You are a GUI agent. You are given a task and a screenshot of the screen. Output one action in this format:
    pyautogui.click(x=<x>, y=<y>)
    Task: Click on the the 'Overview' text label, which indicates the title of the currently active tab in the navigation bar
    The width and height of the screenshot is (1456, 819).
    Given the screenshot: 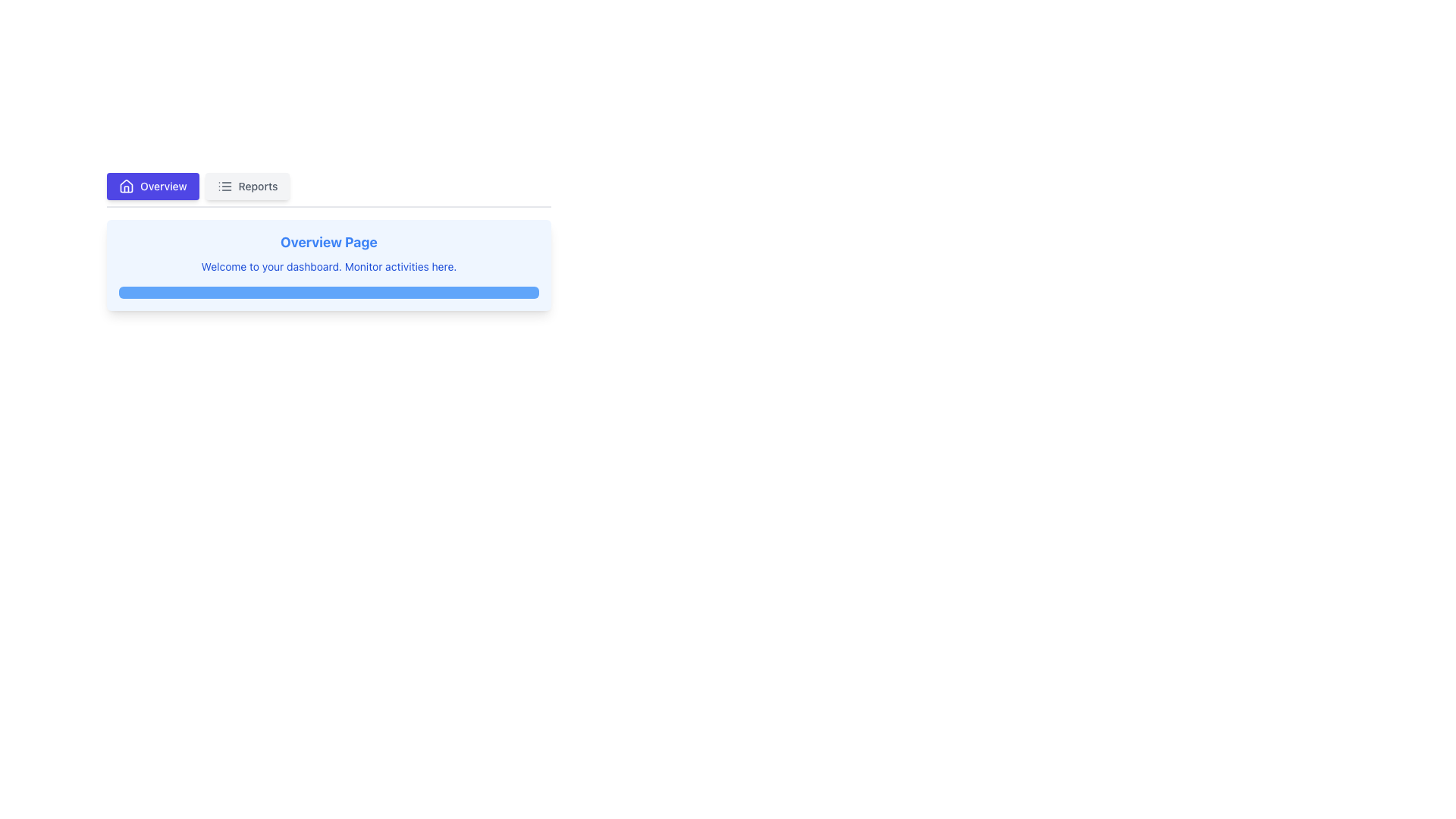 What is the action you would take?
    pyautogui.click(x=163, y=186)
    